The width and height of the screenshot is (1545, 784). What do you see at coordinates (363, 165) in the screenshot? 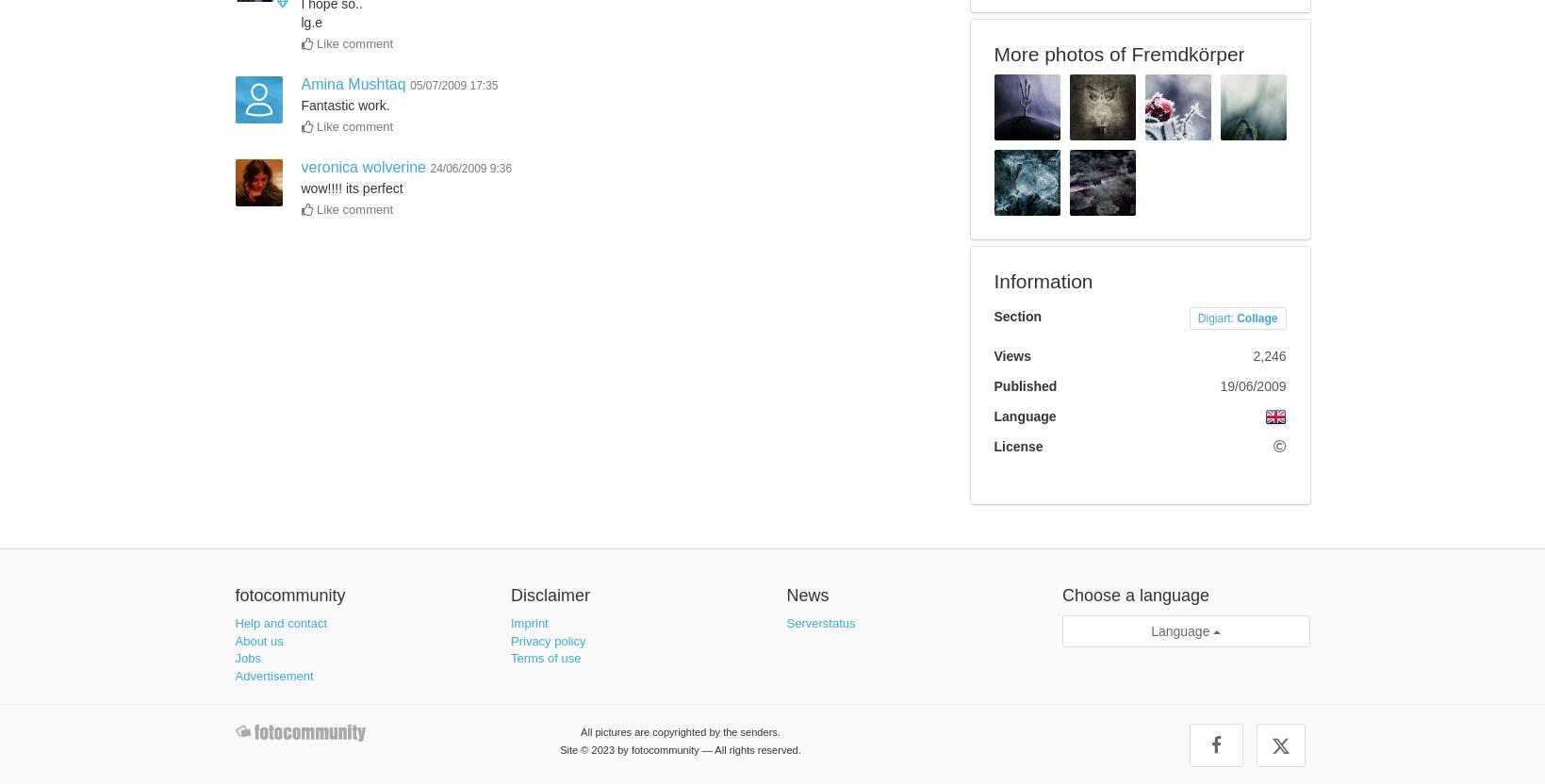
I see `'veronica wolverine'` at bounding box center [363, 165].